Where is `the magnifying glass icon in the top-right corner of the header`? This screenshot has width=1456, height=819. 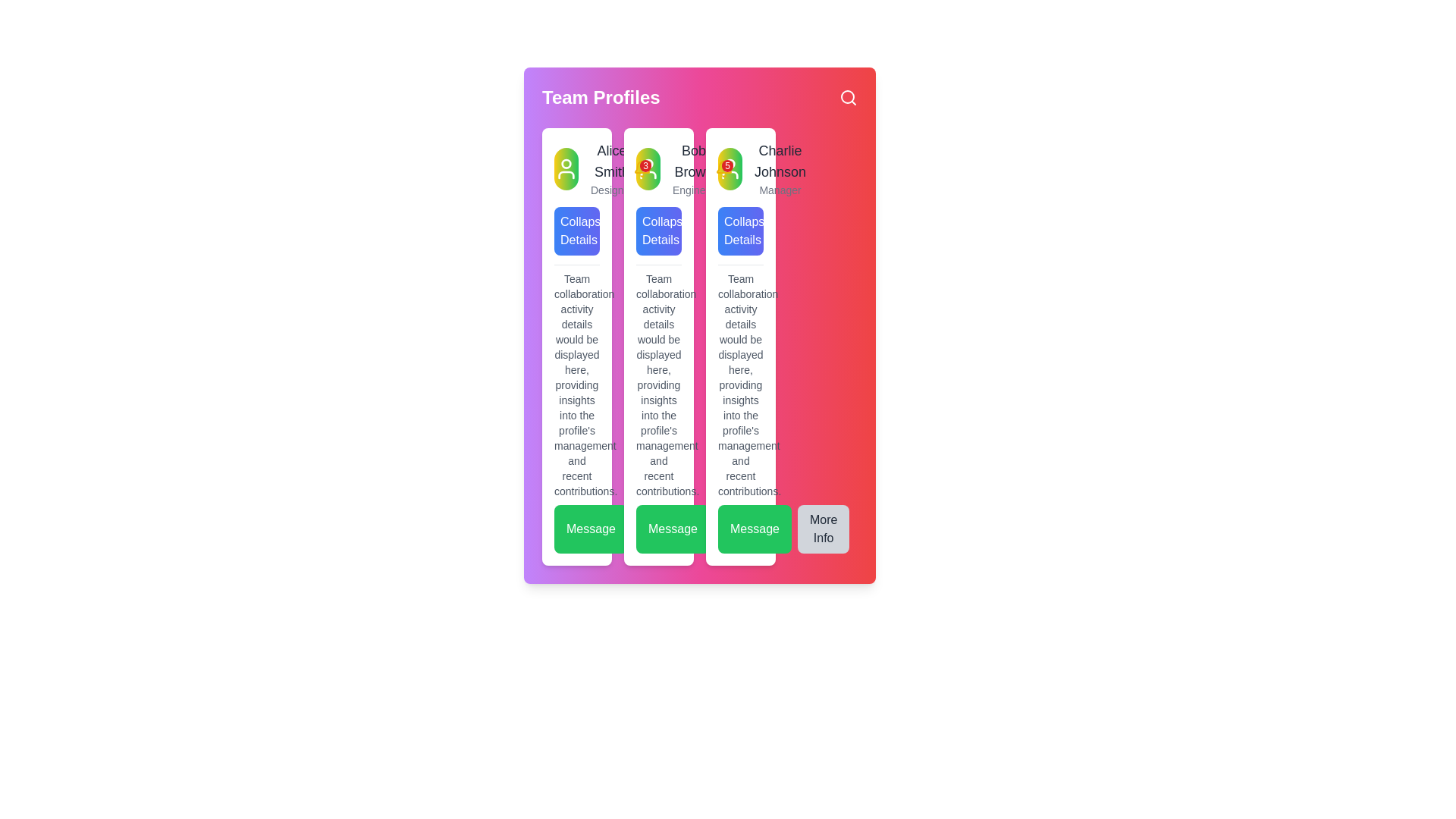
the magnifying glass icon in the top-right corner of the header is located at coordinates (847, 97).